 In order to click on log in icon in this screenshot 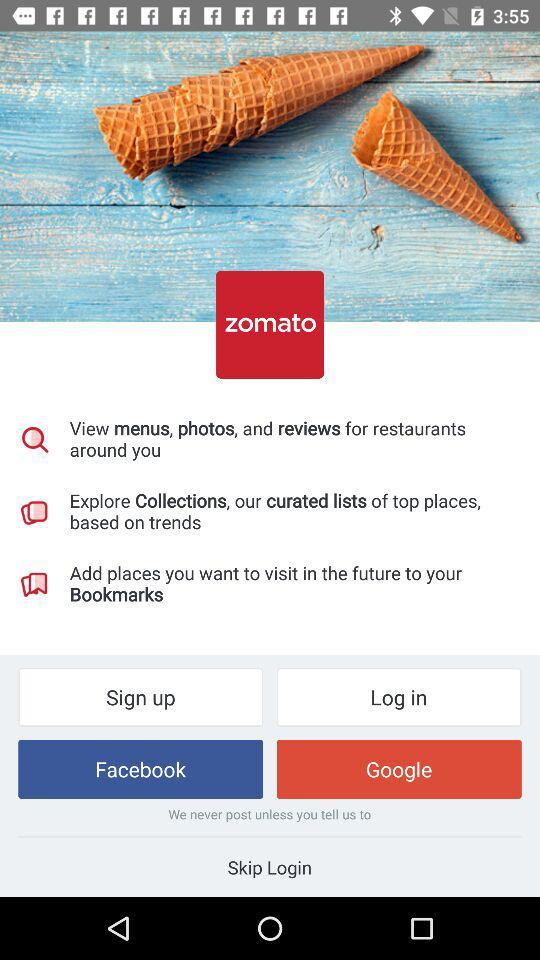, I will do `click(399, 697)`.